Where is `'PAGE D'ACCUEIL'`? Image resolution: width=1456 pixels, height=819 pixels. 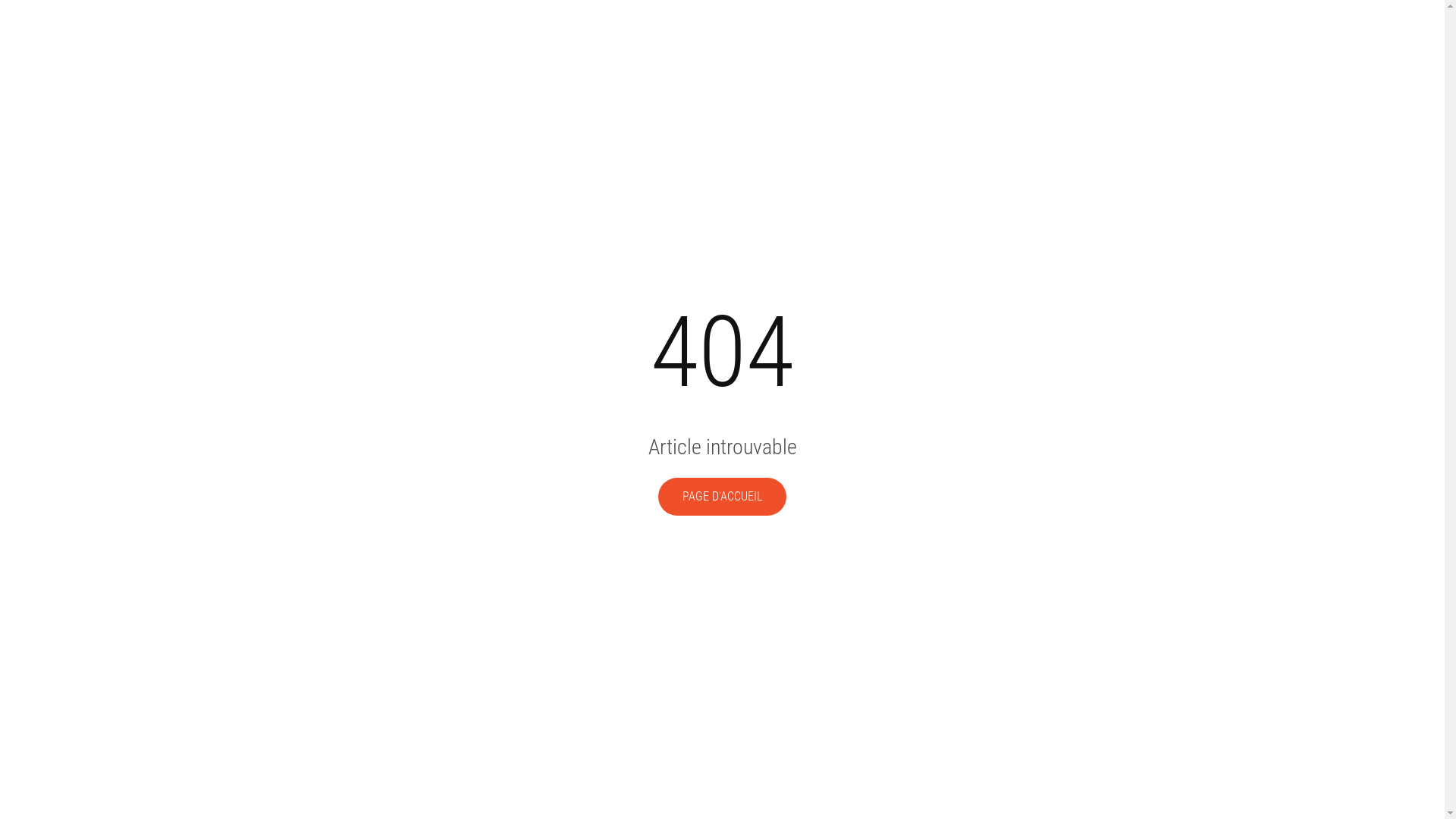 'PAGE D'ACCUEIL' is located at coordinates (721, 497).